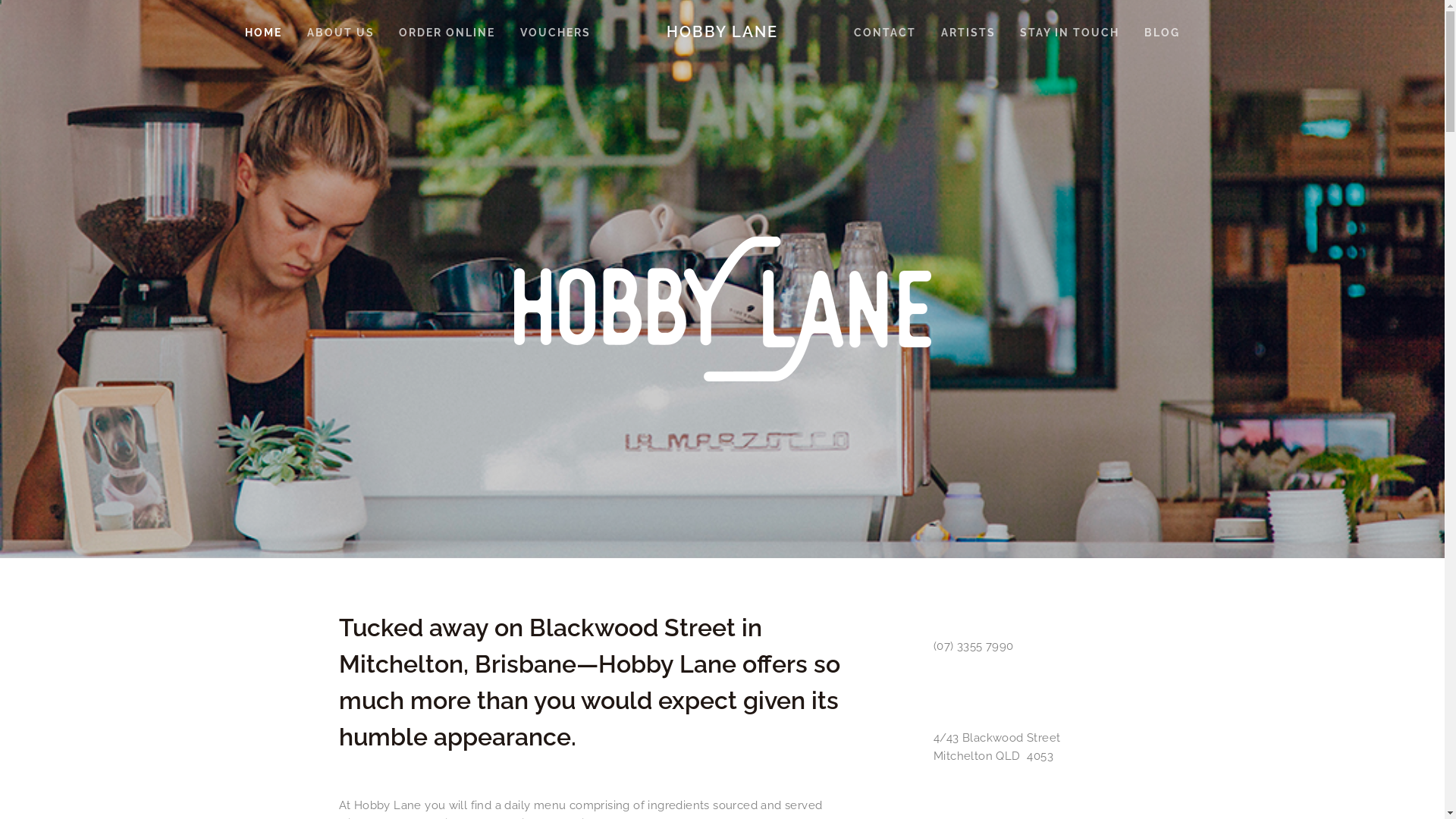 Image resolution: width=1456 pixels, height=819 pixels. What do you see at coordinates (510, 32) in the screenshot?
I see `'VOUCHERS'` at bounding box center [510, 32].